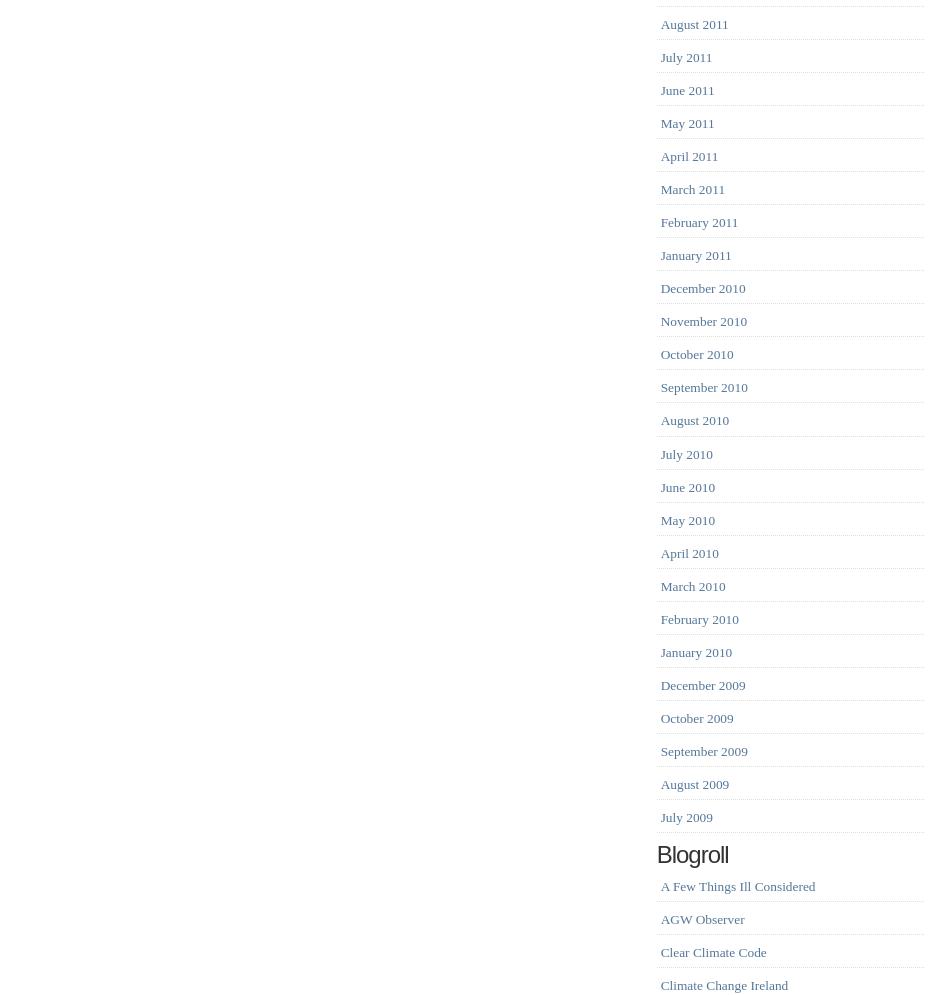  What do you see at coordinates (691, 189) in the screenshot?
I see `'March 2011'` at bounding box center [691, 189].